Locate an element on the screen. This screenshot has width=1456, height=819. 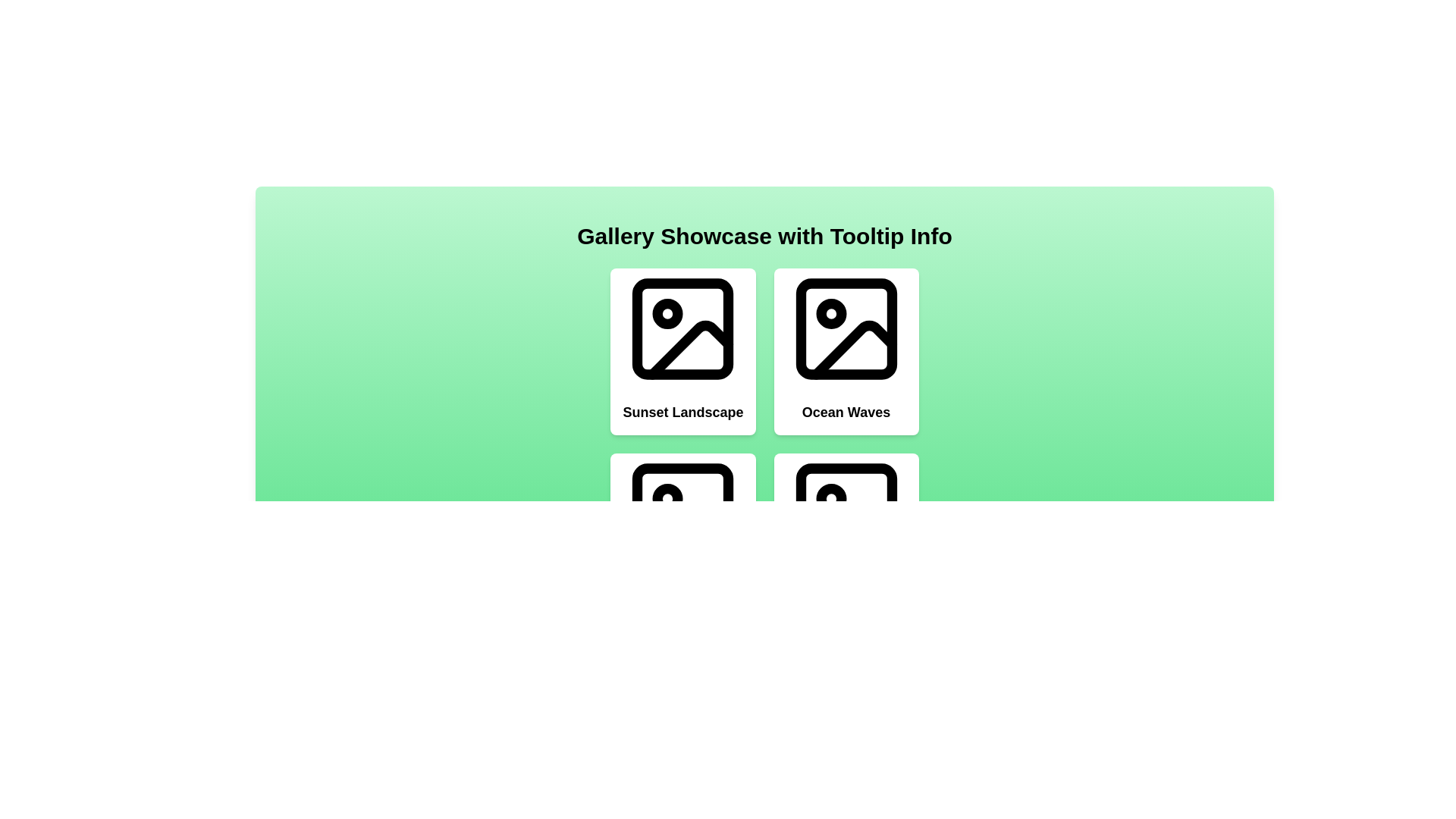
the small circular graphical component with a black outline, located at the top left portion of the image-like icon in the second row, first column of the grid showcasing image cards is located at coordinates (667, 499).